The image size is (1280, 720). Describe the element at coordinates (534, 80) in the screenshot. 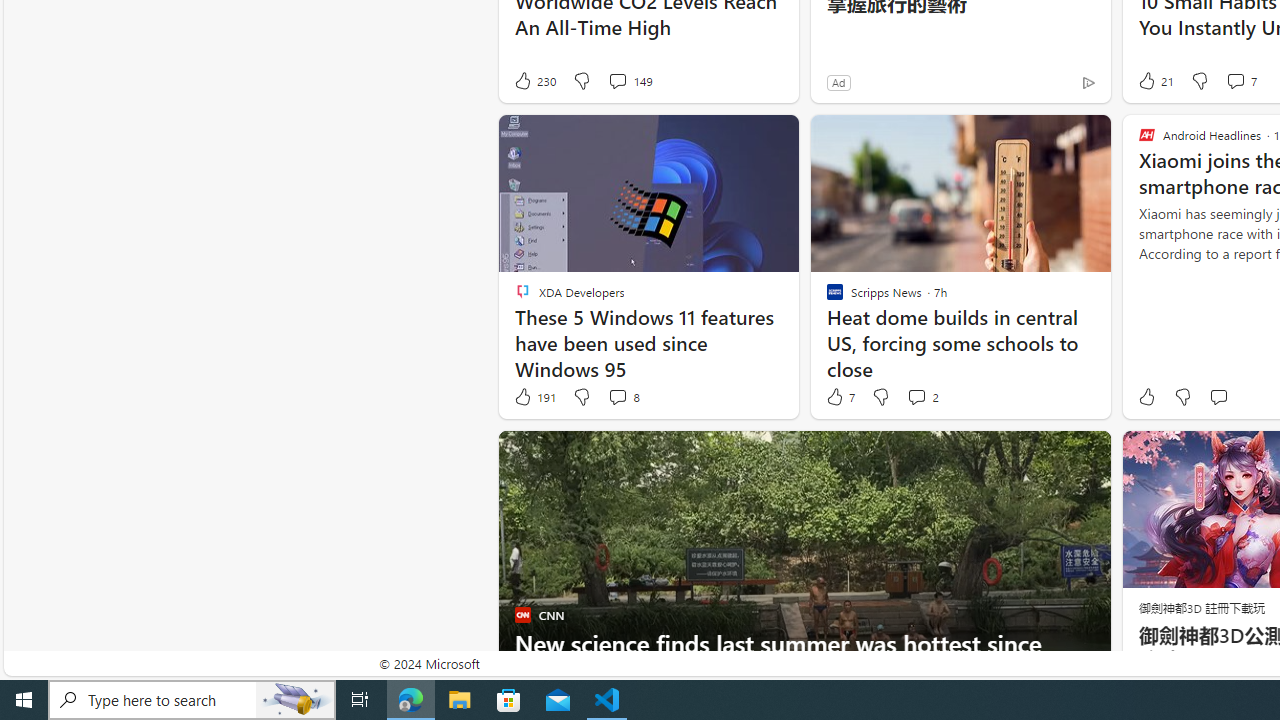

I see `'230 Like'` at that location.